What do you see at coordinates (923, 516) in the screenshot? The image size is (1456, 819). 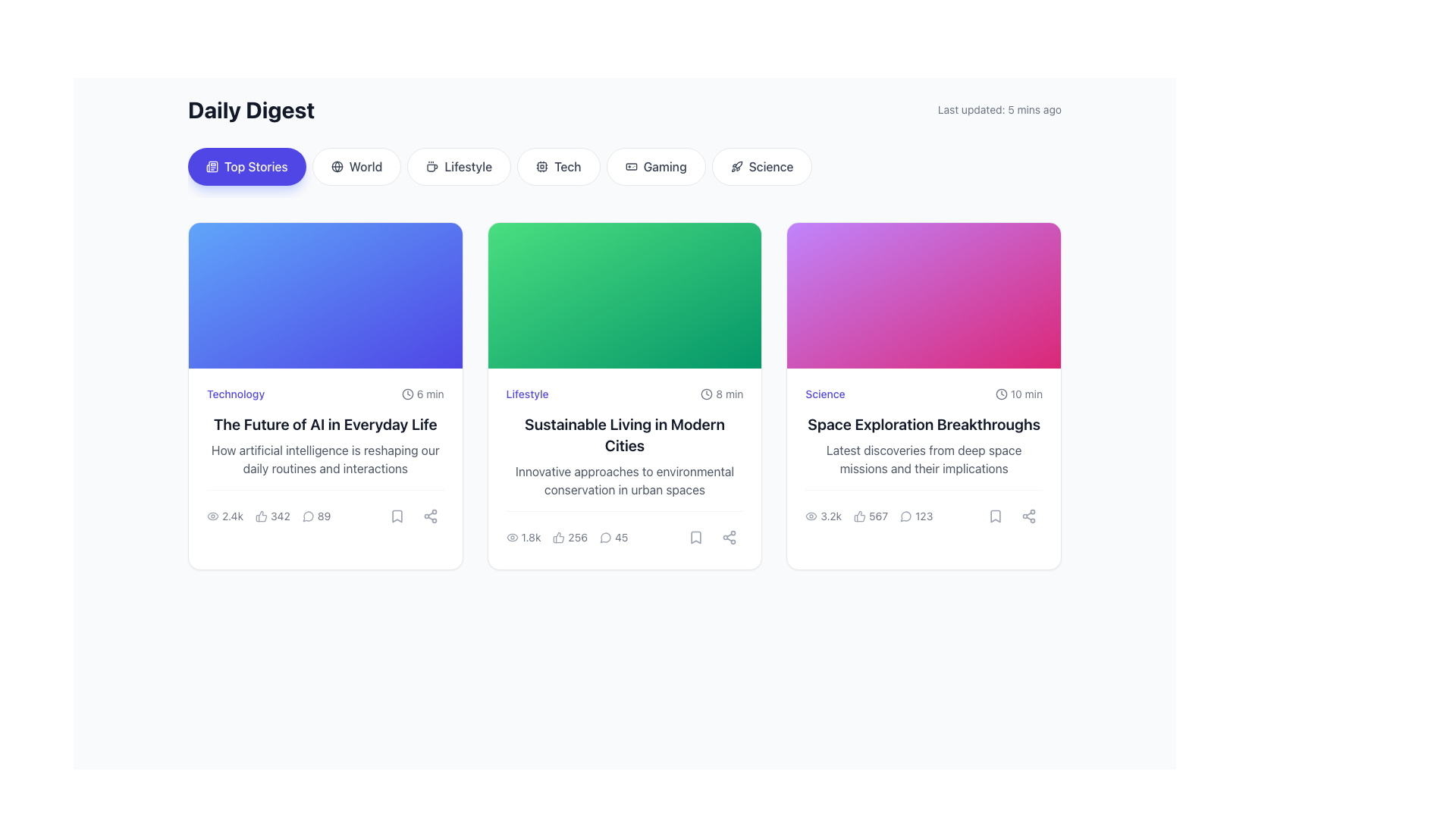 I see `value displayed as '123' in light gray color, which is located adjacent to a speech bubble icon on the 'Space Exploration Breakthroughs' card in the bottom-right corner` at bounding box center [923, 516].